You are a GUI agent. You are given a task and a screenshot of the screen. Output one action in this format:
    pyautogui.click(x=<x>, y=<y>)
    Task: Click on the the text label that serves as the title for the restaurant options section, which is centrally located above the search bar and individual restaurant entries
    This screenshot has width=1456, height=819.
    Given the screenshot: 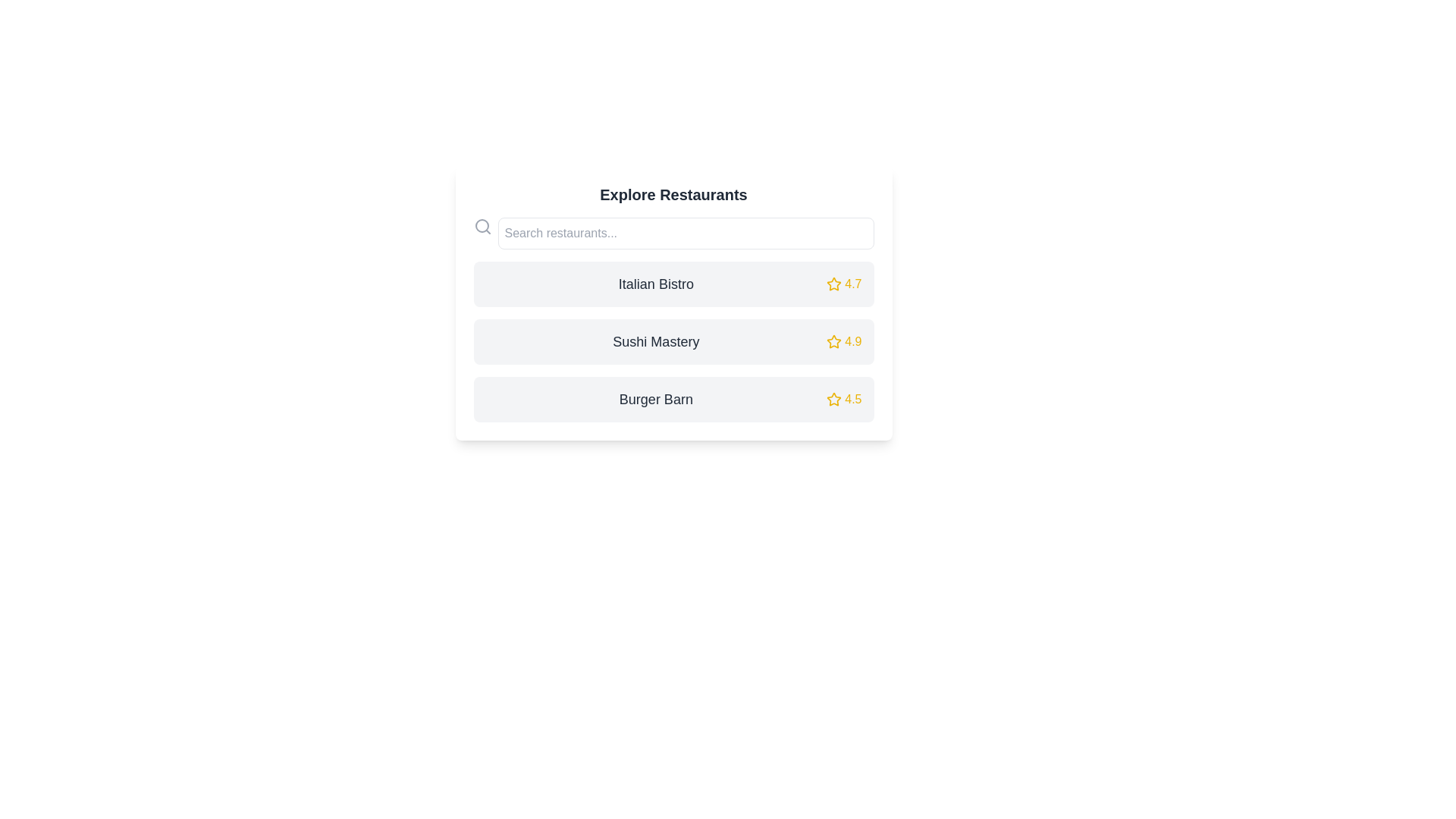 What is the action you would take?
    pyautogui.click(x=673, y=194)
    